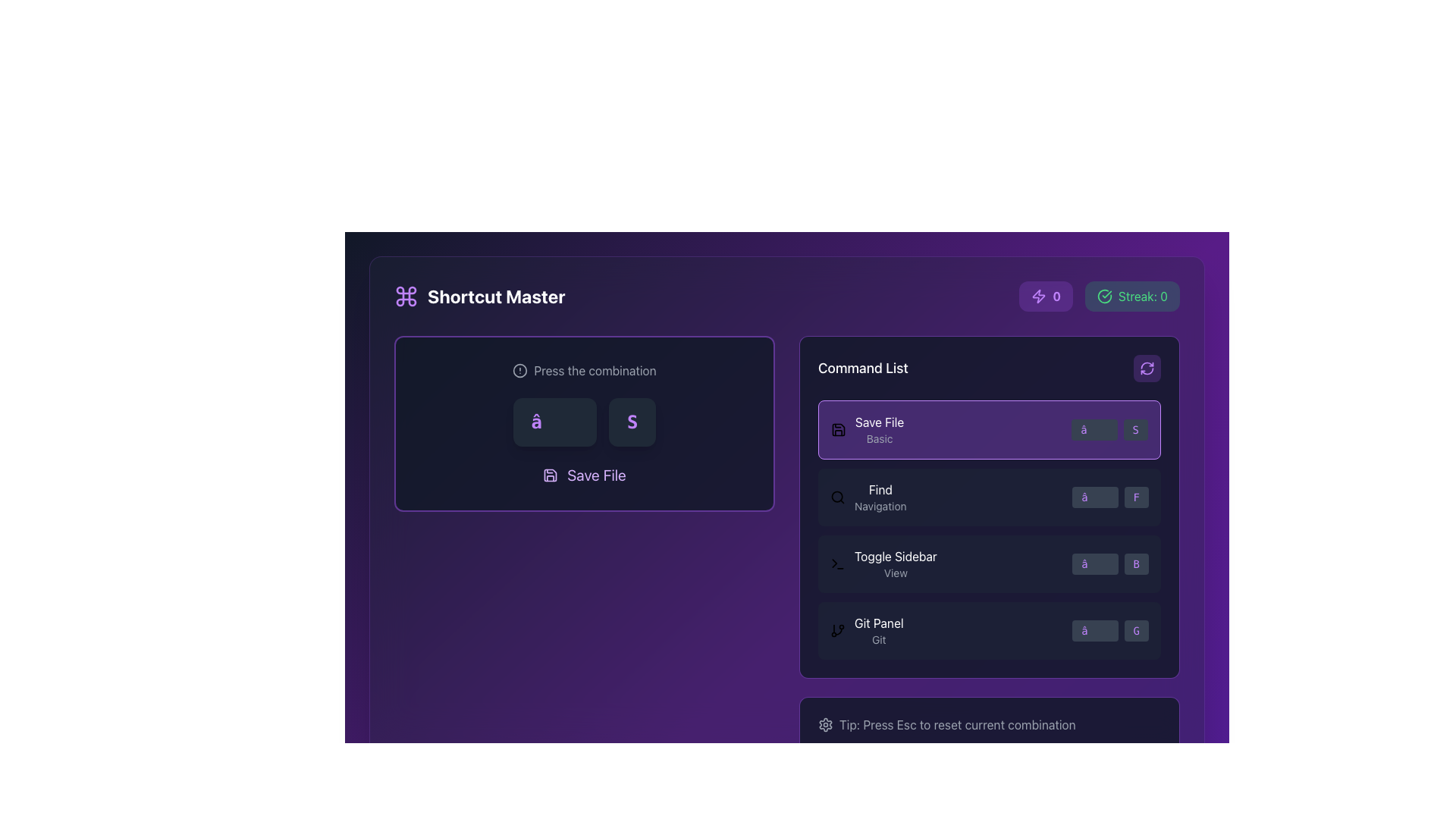 Image resolution: width=1456 pixels, height=819 pixels. Describe the element at coordinates (1100, 296) in the screenshot. I see `the green badge displaying 'Streak: 0' with a checkmark icon` at that location.